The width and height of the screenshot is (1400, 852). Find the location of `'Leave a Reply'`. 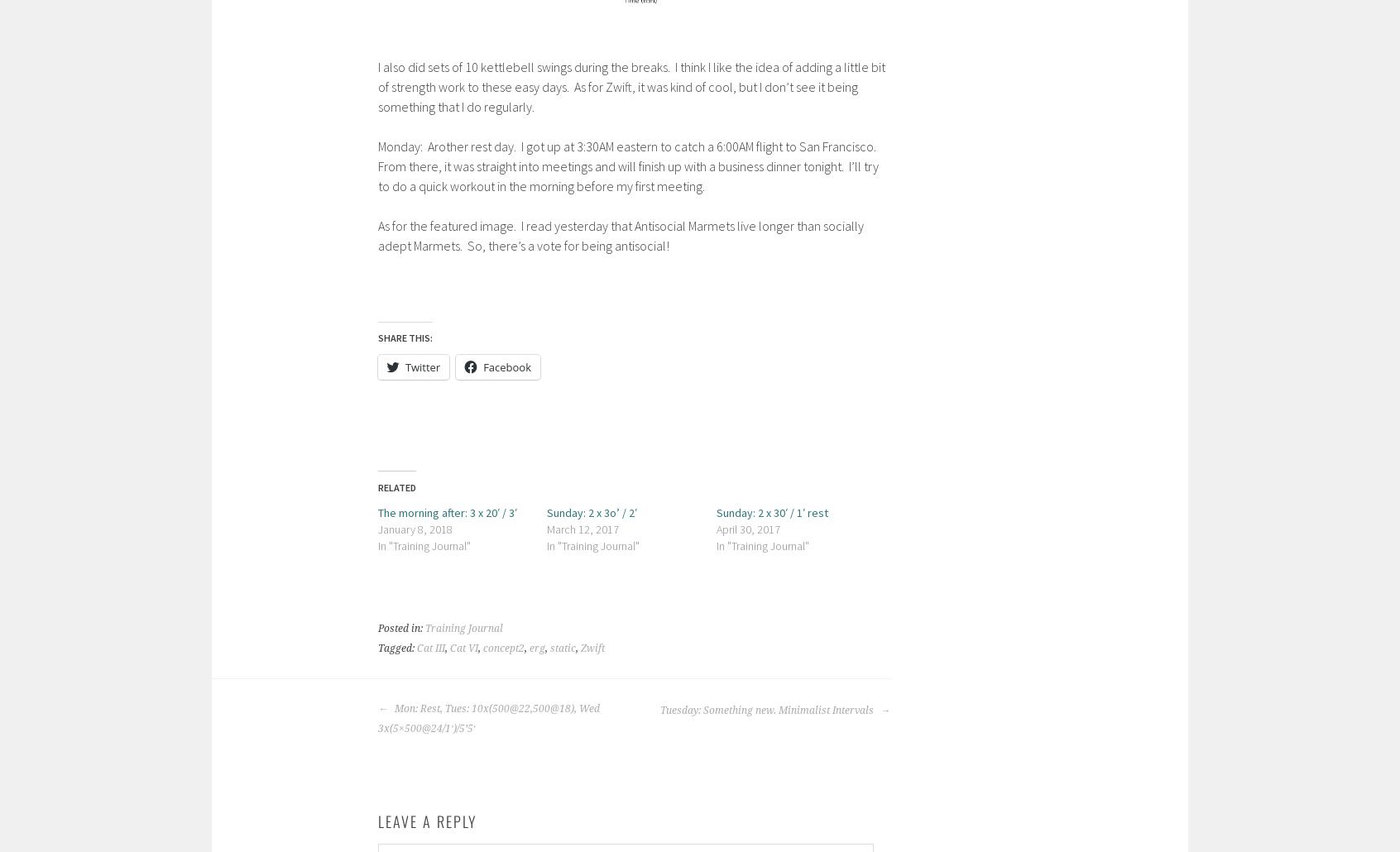

'Leave a Reply' is located at coordinates (427, 819).